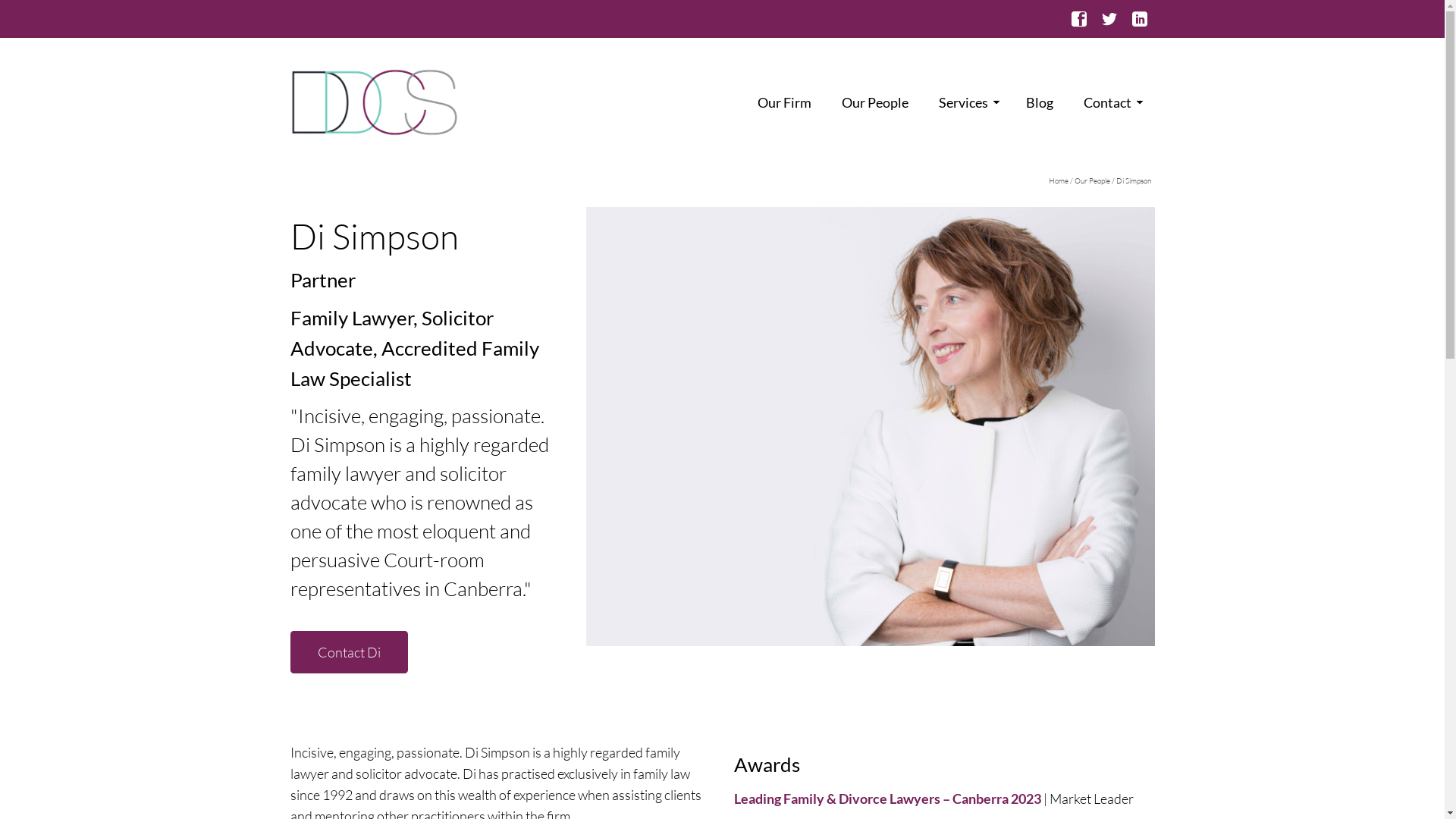  Describe the element at coordinates (966, 102) in the screenshot. I see `'Services'` at that location.